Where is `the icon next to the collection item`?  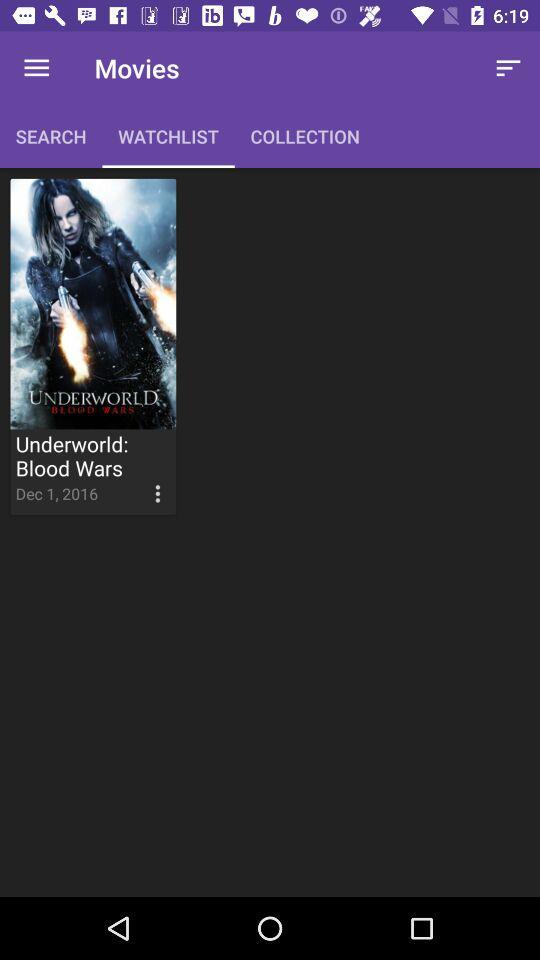 the icon next to the collection item is located at coordinates (508, 68).